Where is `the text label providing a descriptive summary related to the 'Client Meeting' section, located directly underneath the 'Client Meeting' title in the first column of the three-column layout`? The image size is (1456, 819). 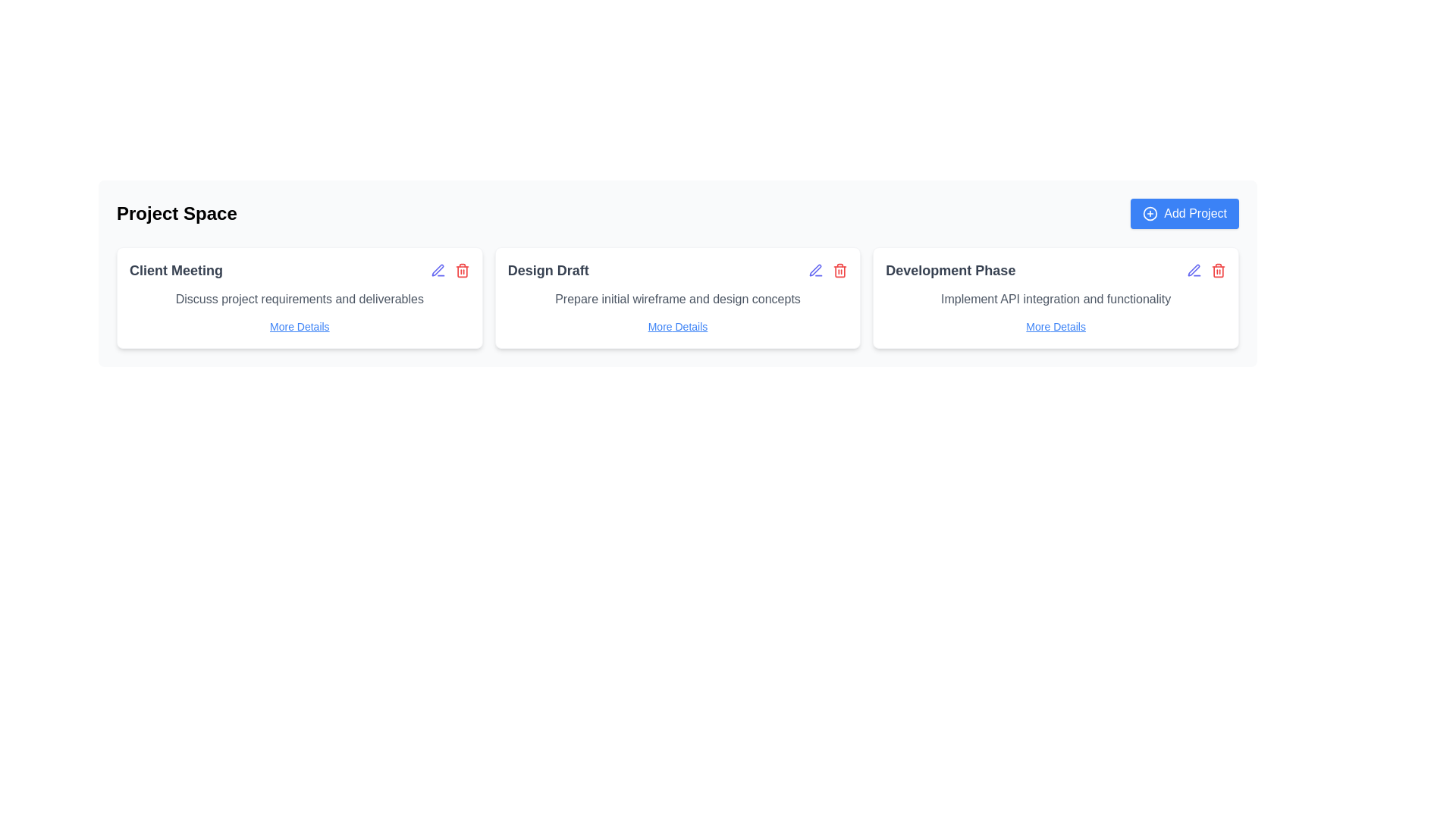
the text label providing a descriptive summary related to the 'Client Meeting' section, located directly underneath the 'Client Meeting' title in the first column of the three-column layout is located at coordinates (300, 299).